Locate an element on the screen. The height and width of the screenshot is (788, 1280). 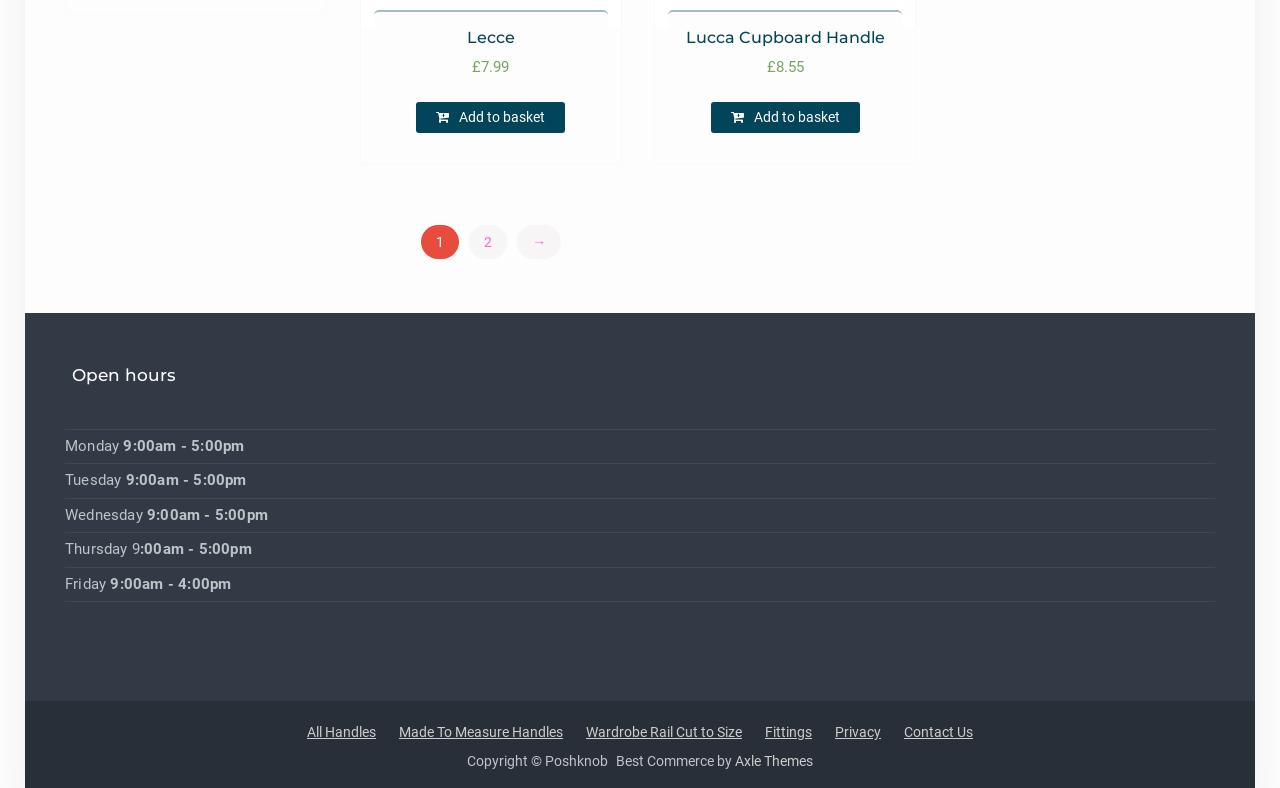
'Made To Measure Handles' is located at coordinates (398, 731).